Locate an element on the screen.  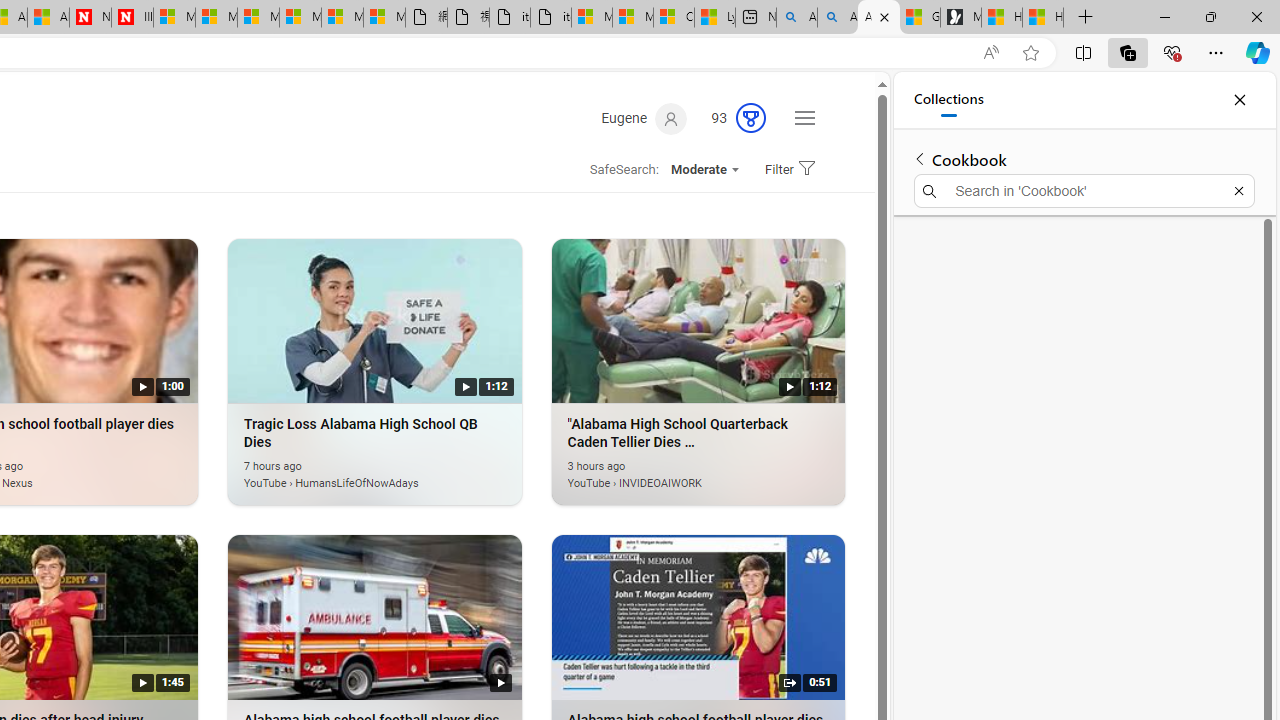
'AutomationID: rh_meter' is located at coordinates (749, 118).